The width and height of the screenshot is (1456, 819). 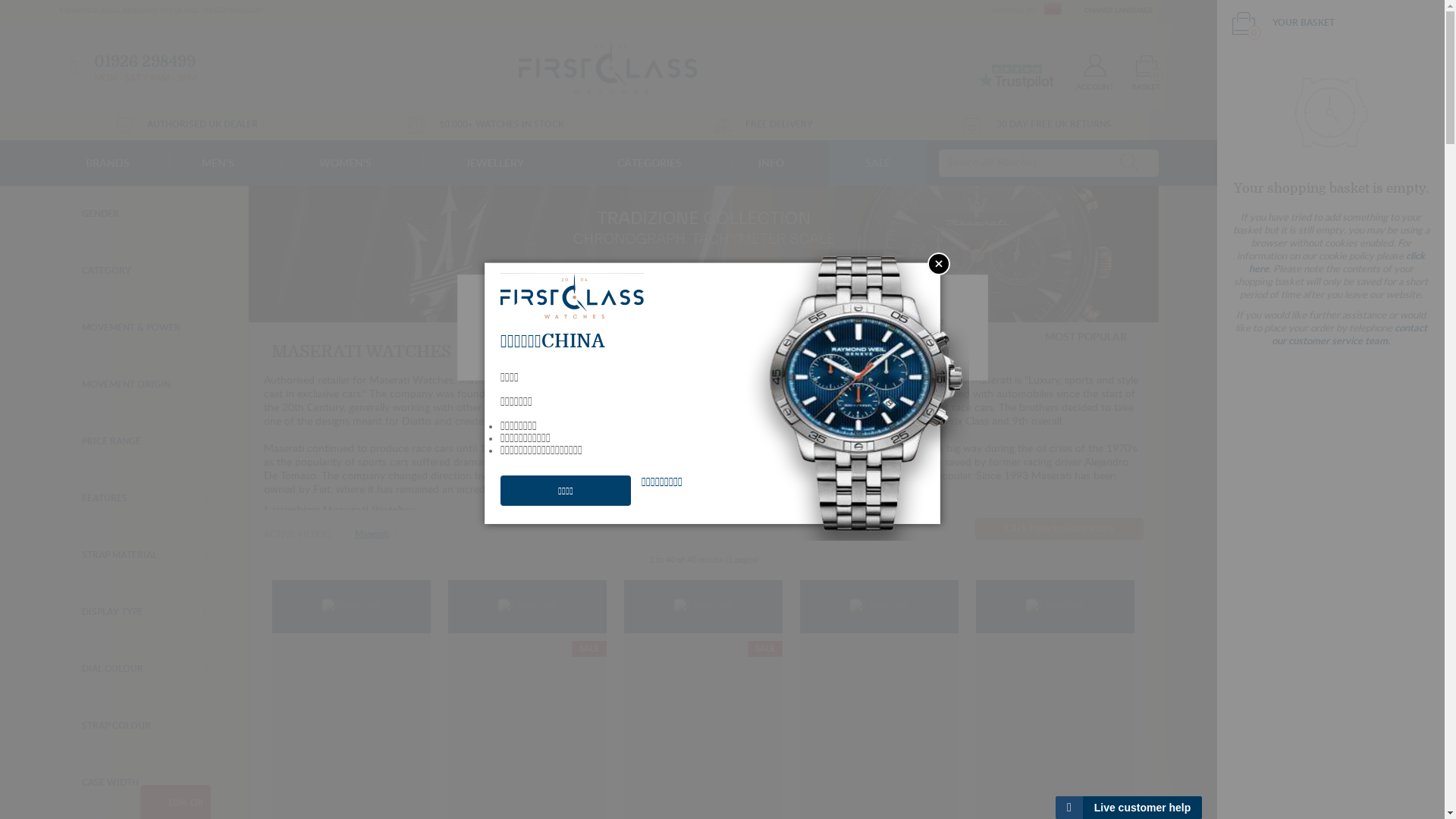 I want to click on 'contact our customer service team.', so click(x=1349, y=334).